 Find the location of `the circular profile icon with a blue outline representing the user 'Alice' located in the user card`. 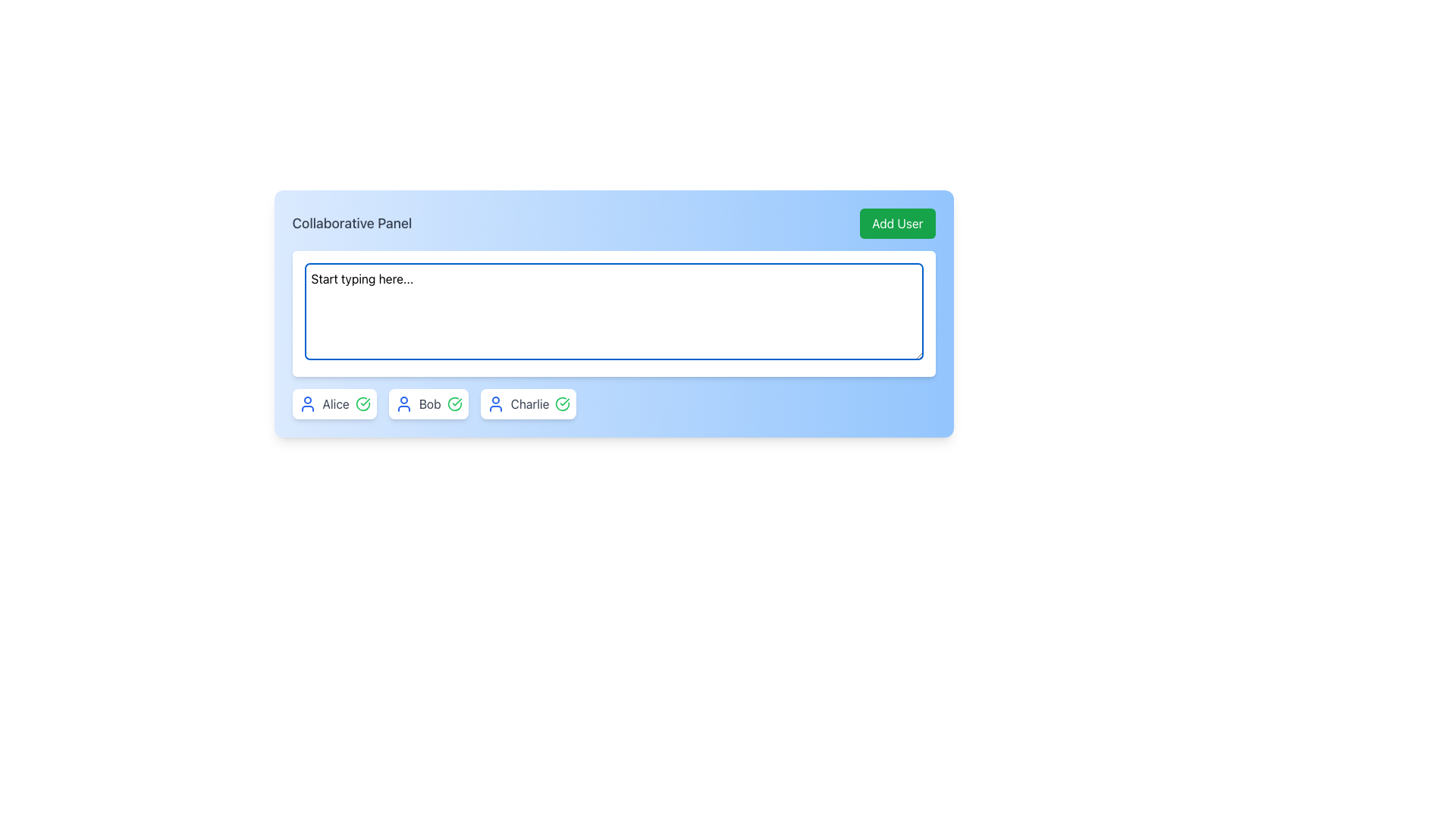

the circular profile icon with a blue outline representing the user 'Alice' located in the user card is located at coordinates (306, 403).